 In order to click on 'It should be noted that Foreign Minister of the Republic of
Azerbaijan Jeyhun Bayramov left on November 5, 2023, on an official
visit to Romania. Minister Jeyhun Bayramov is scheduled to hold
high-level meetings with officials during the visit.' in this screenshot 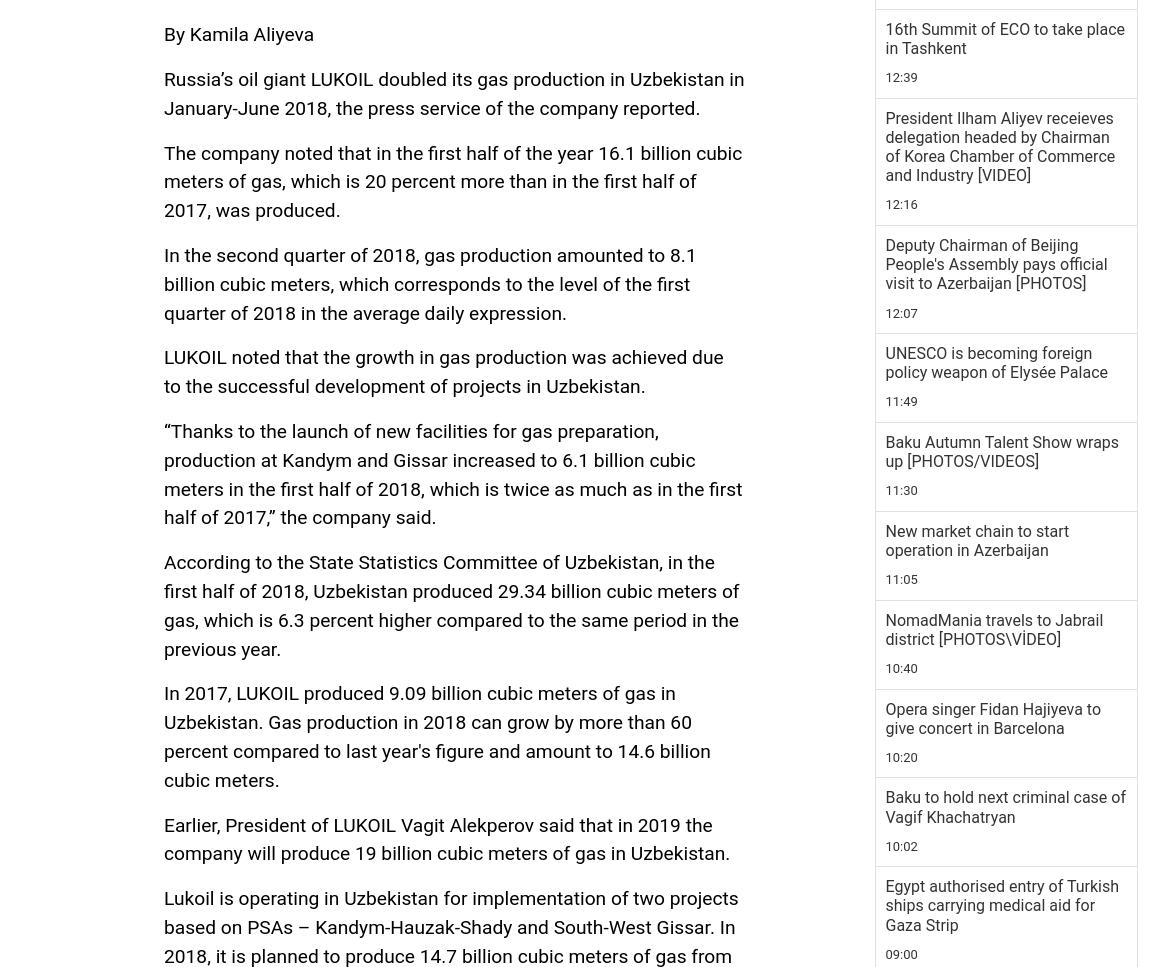, I will do `click(447, 292)`.